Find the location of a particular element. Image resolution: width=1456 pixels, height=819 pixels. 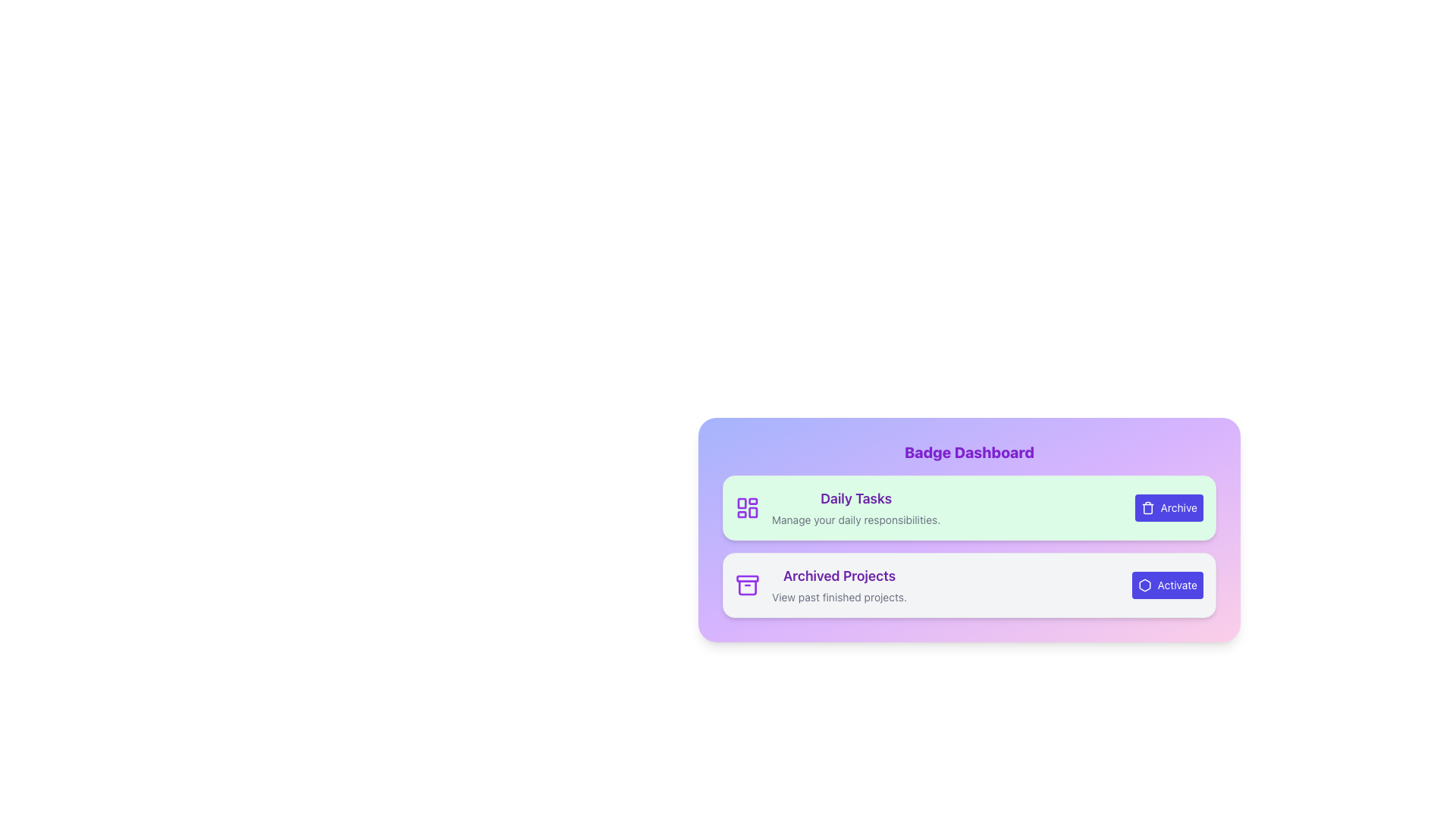

the text label displaying 'View past finished projects.' located in the bottom-right section of the card under the 'Badge Dashboard' header is located at coordinates (839, 596).